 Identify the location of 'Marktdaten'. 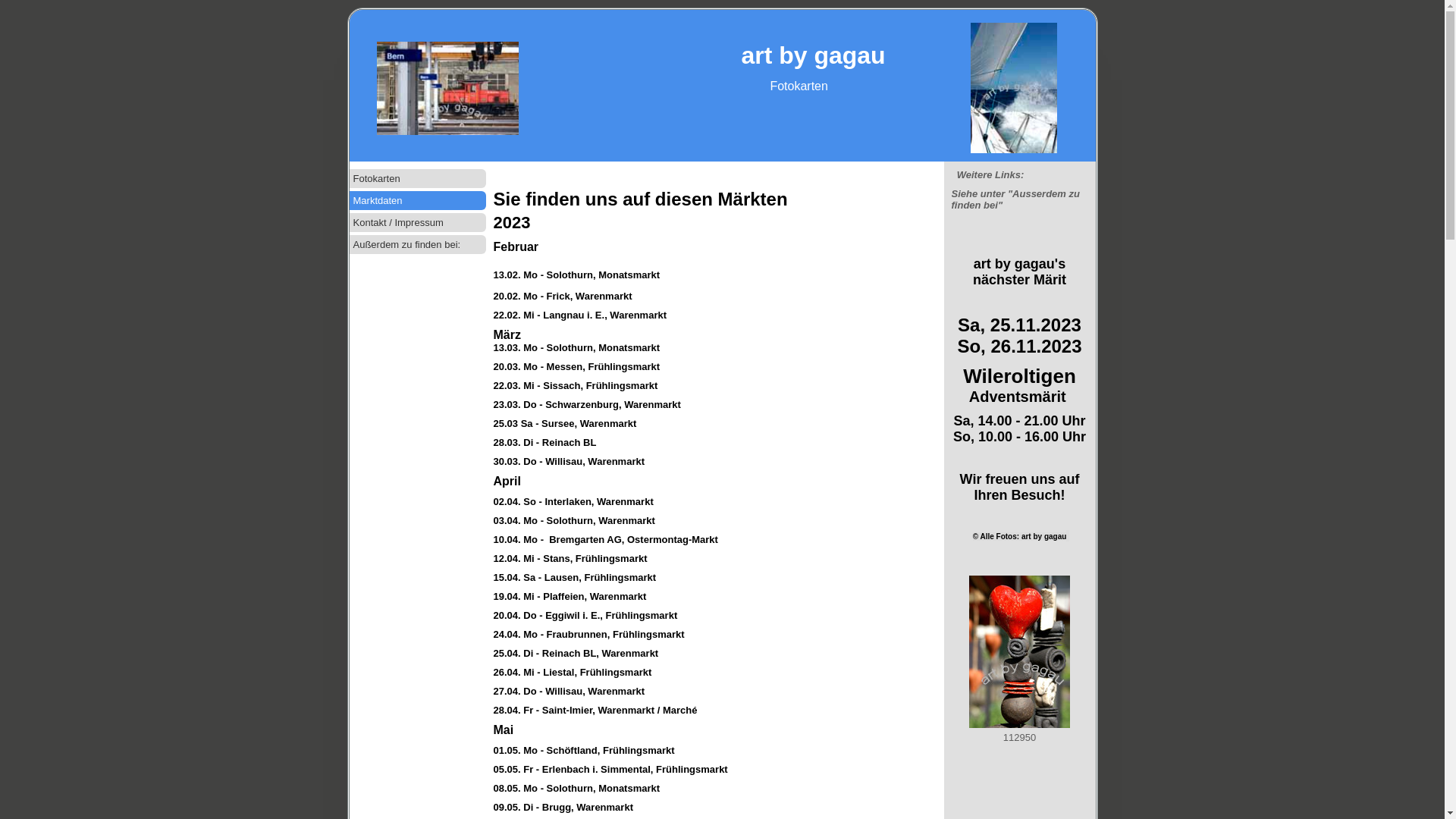
(417, 199).